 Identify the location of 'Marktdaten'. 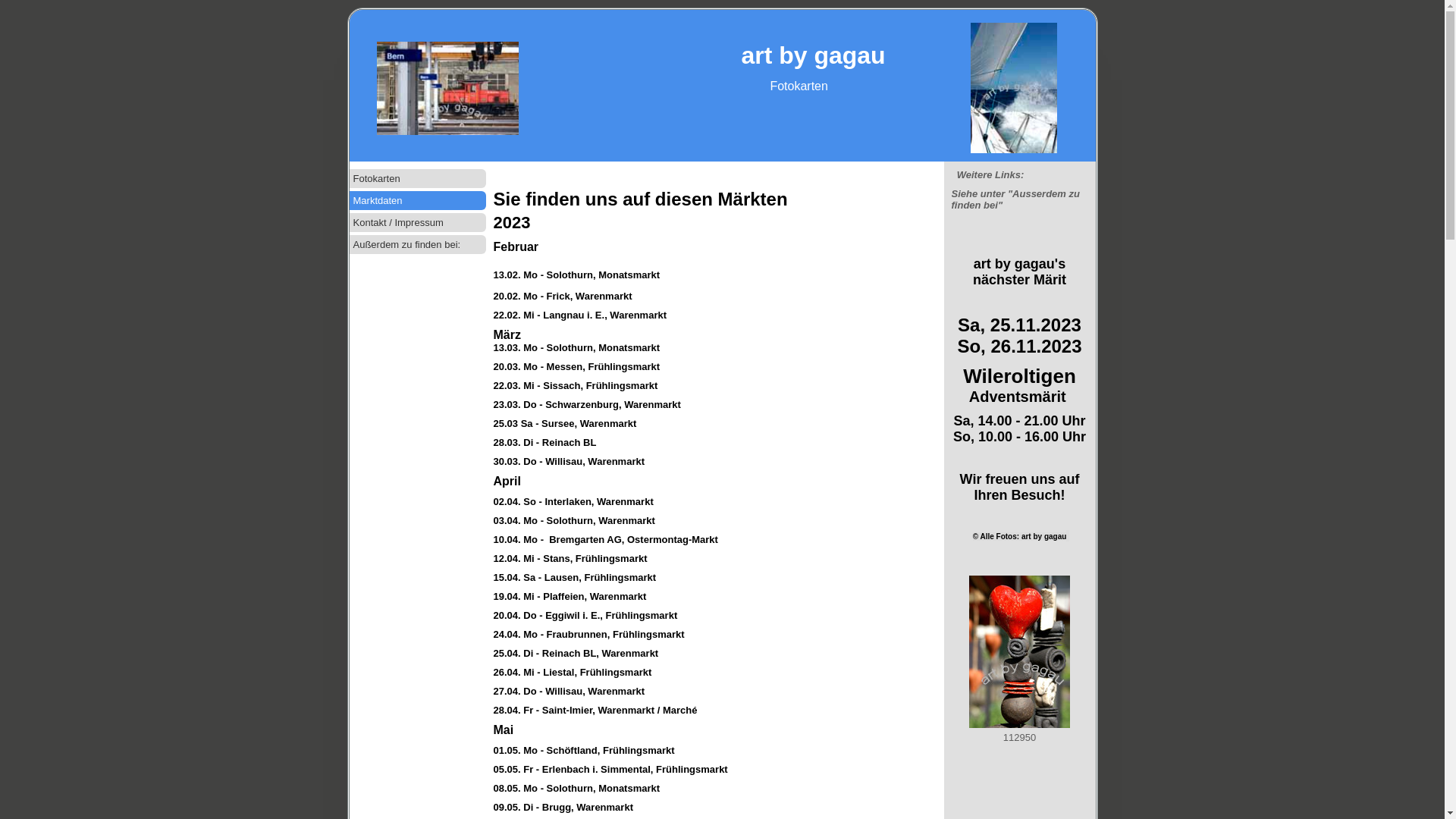
(417, 199).